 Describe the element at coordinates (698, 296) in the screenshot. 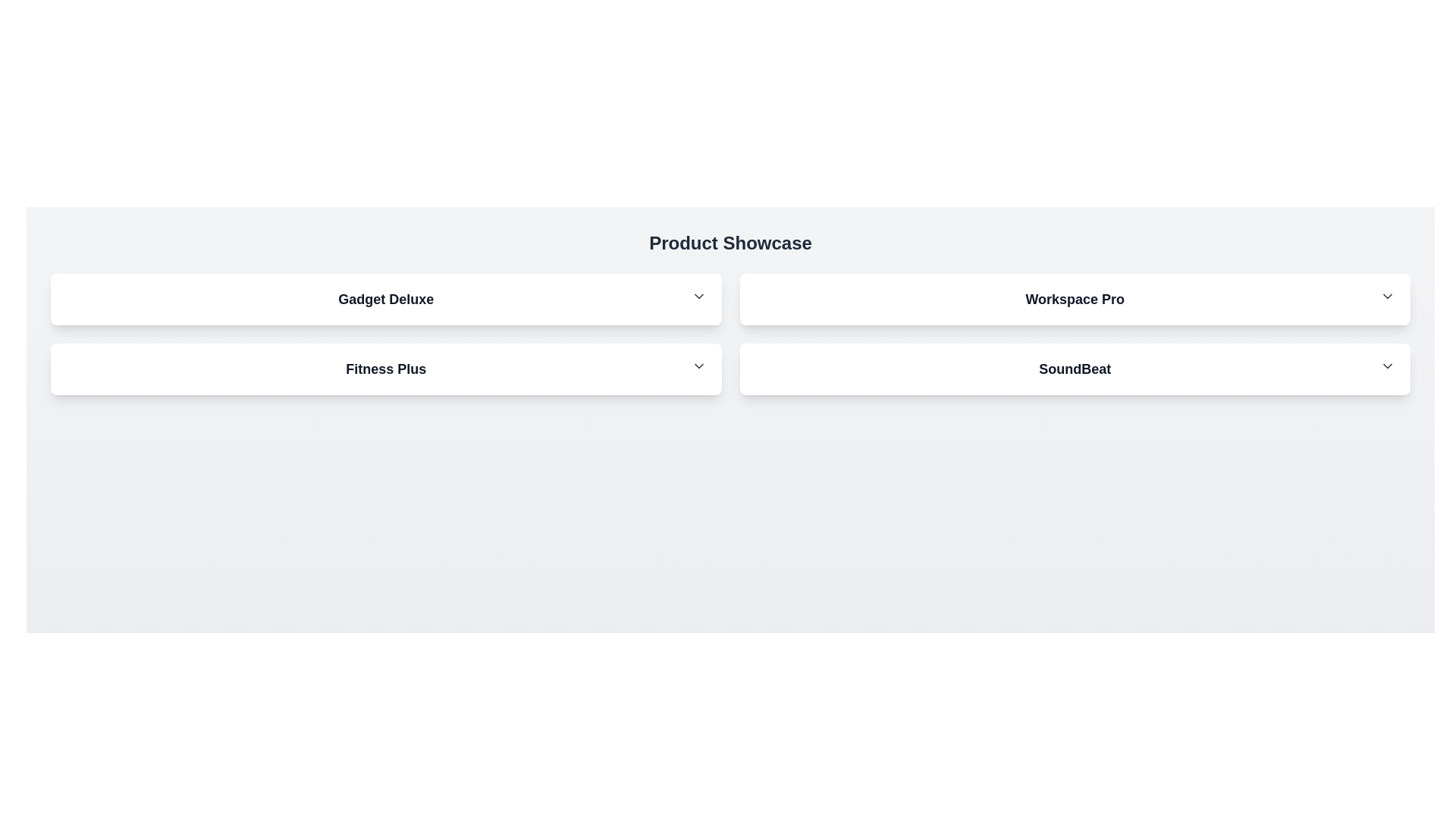

I see `the small circular button with a downward arrow icon` at that location.